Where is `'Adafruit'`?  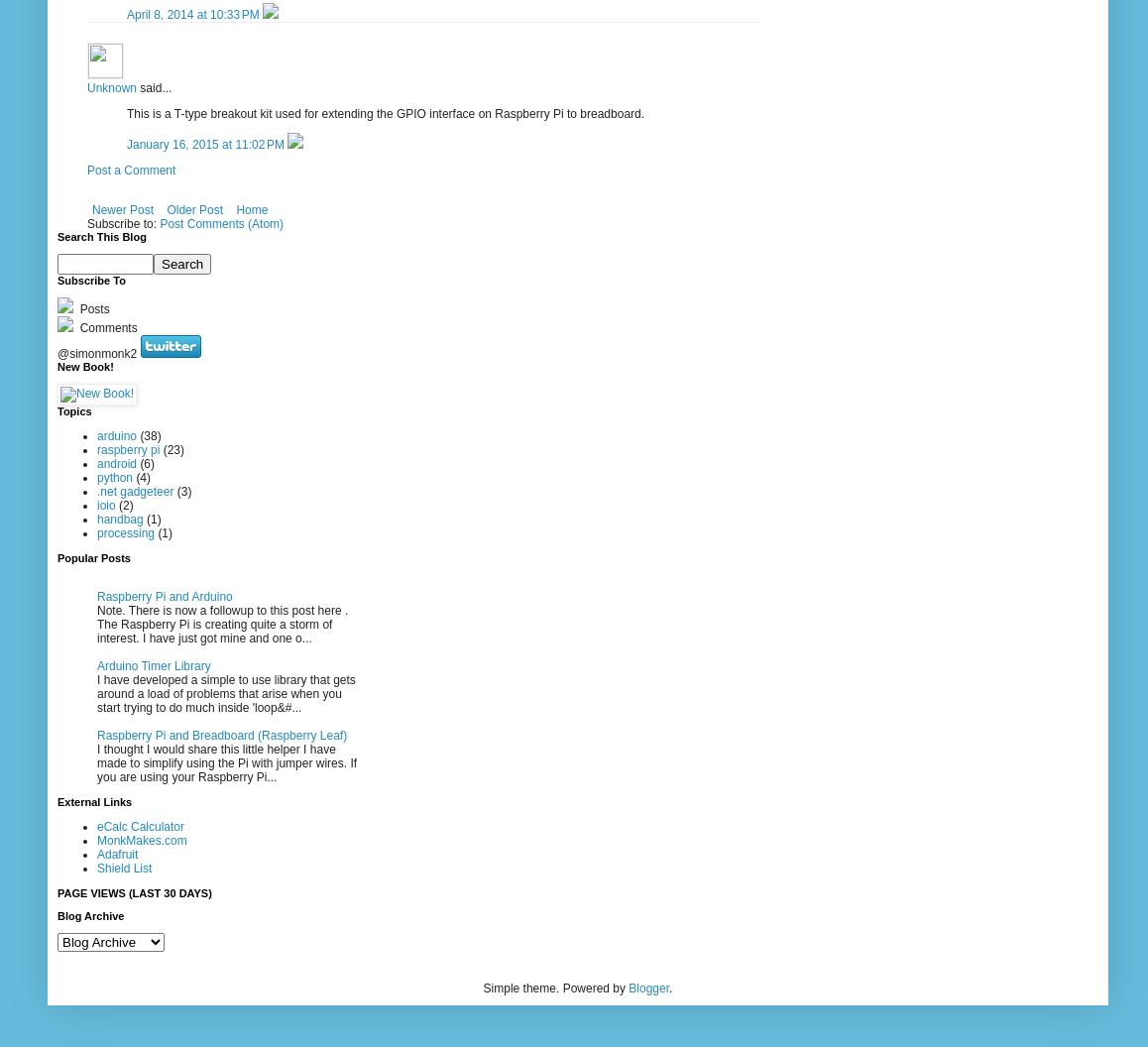
'Adafruit' is located at coordinates (116, 852).